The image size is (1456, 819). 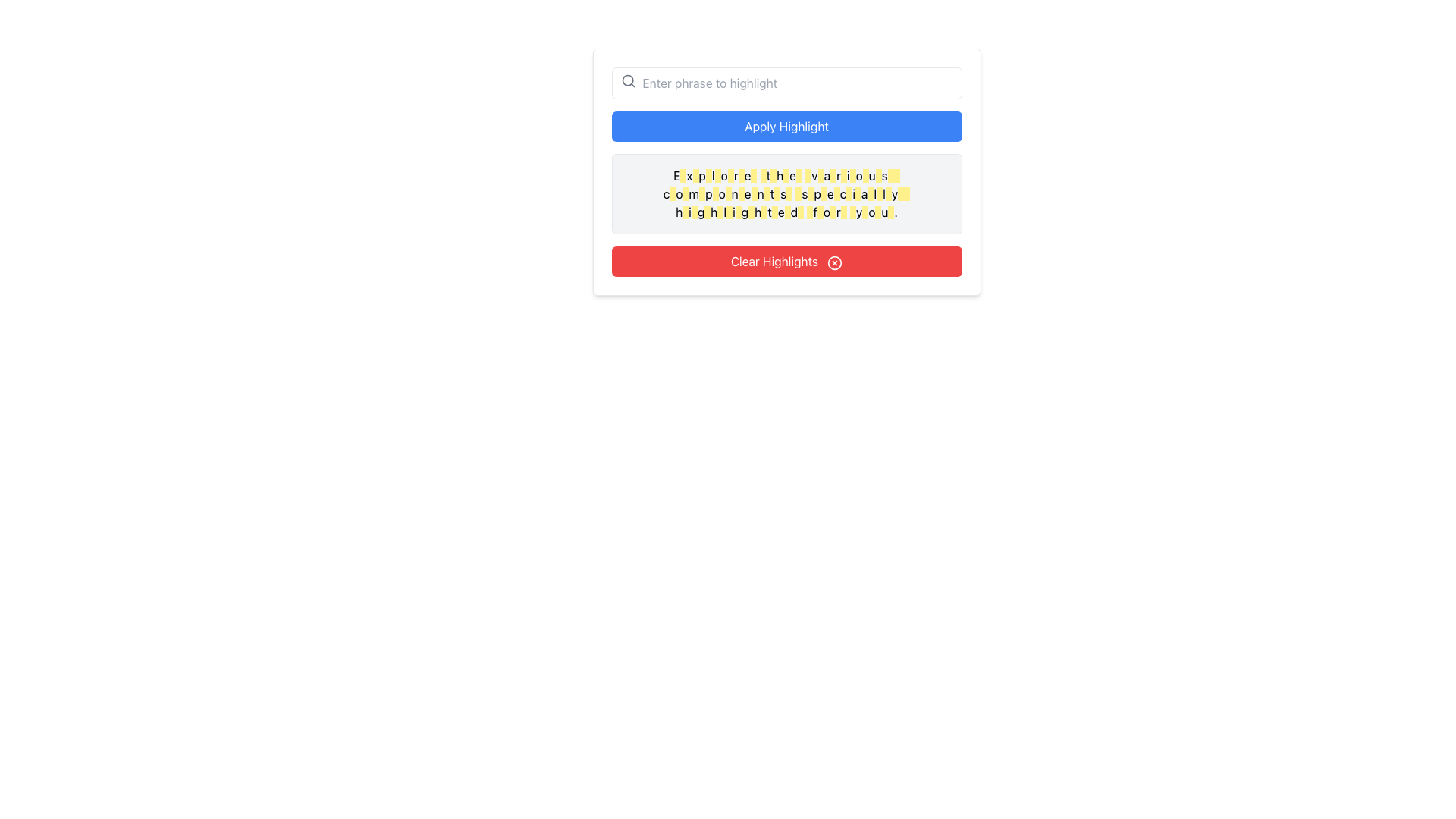 I want to click on Decorative highlight block that emphasizes the text in the message 'Explore the various components specially highlighted for you.', so click(x=789, y=193).